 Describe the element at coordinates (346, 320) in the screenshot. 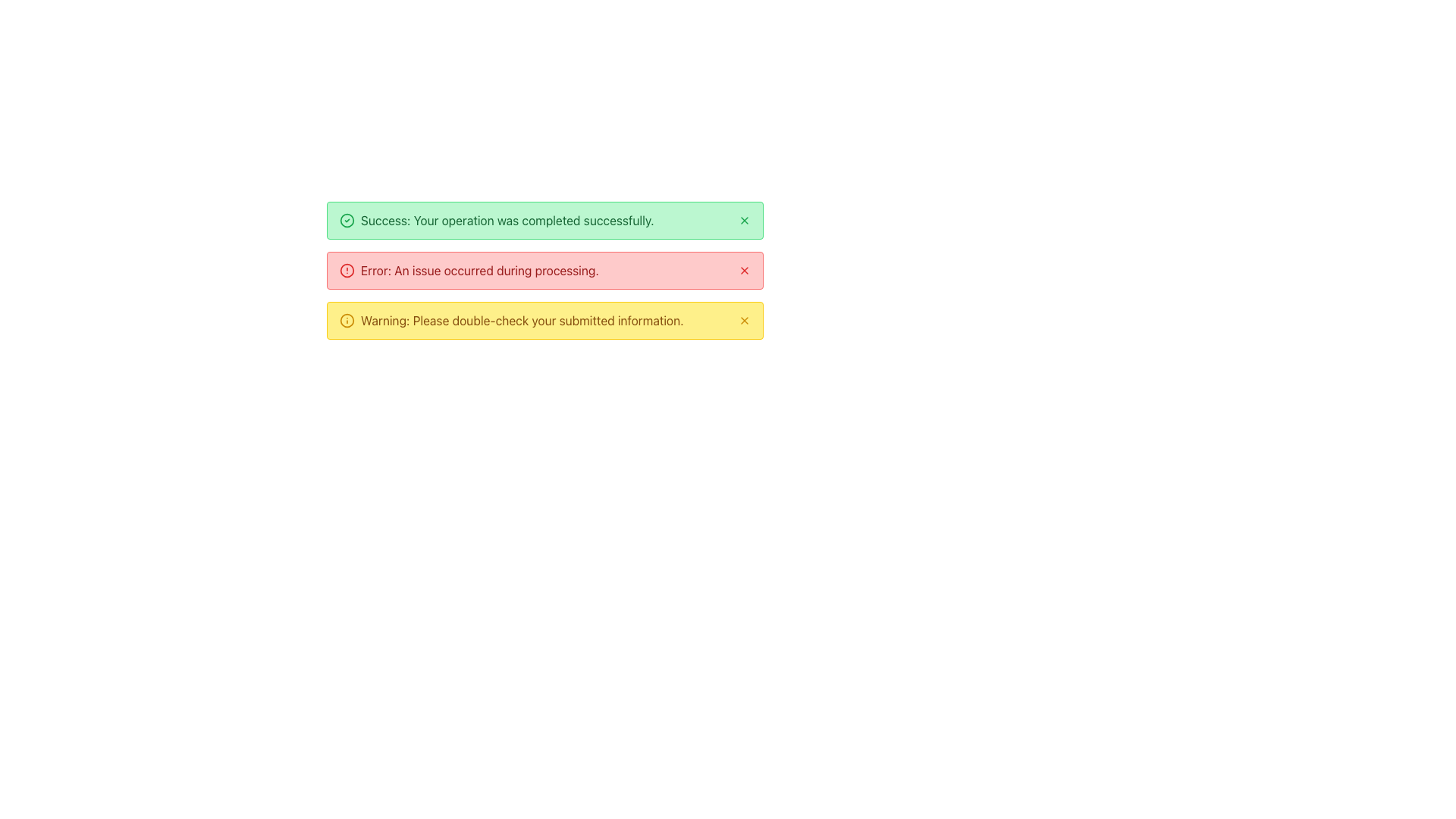

I see `the circular information icon with a yellow background located at the far left of the warning message` at that location.